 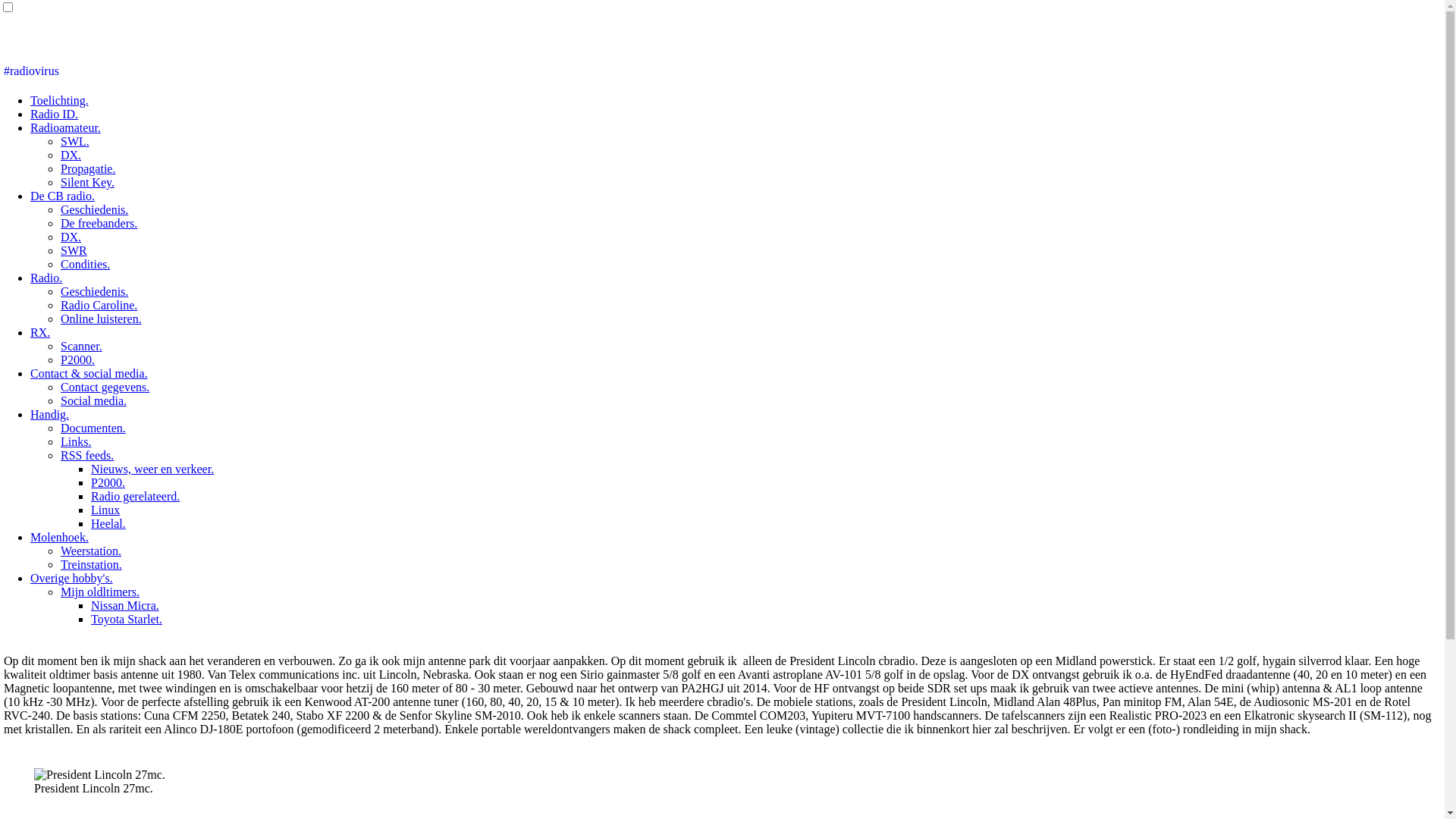 What do you see at coordinates (86, 168) in the screenshot?
I see `'Propagatie.'` at bounding box center [86, 168].